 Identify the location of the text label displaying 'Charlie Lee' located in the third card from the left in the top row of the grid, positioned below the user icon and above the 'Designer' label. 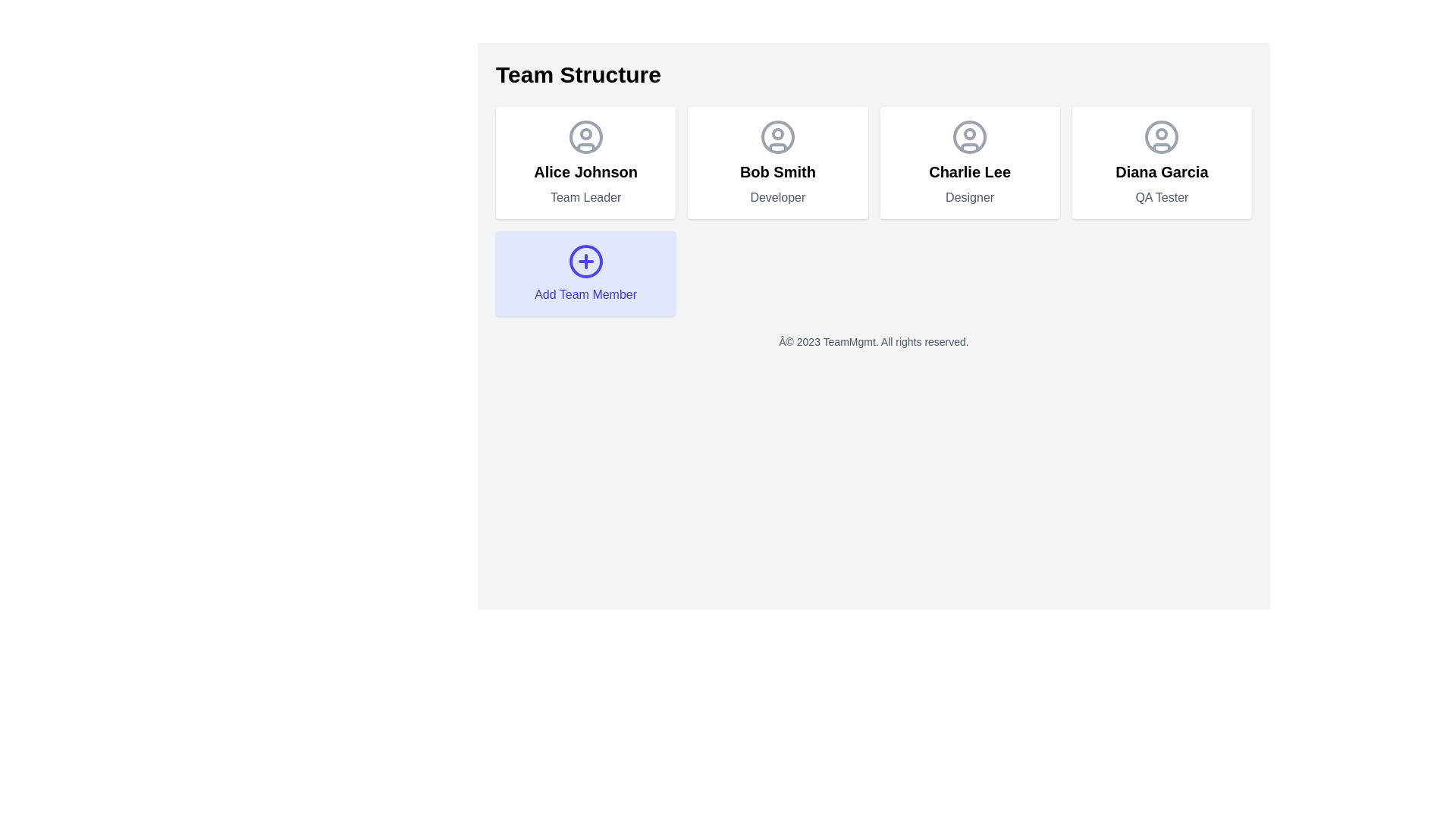
(968, 171).